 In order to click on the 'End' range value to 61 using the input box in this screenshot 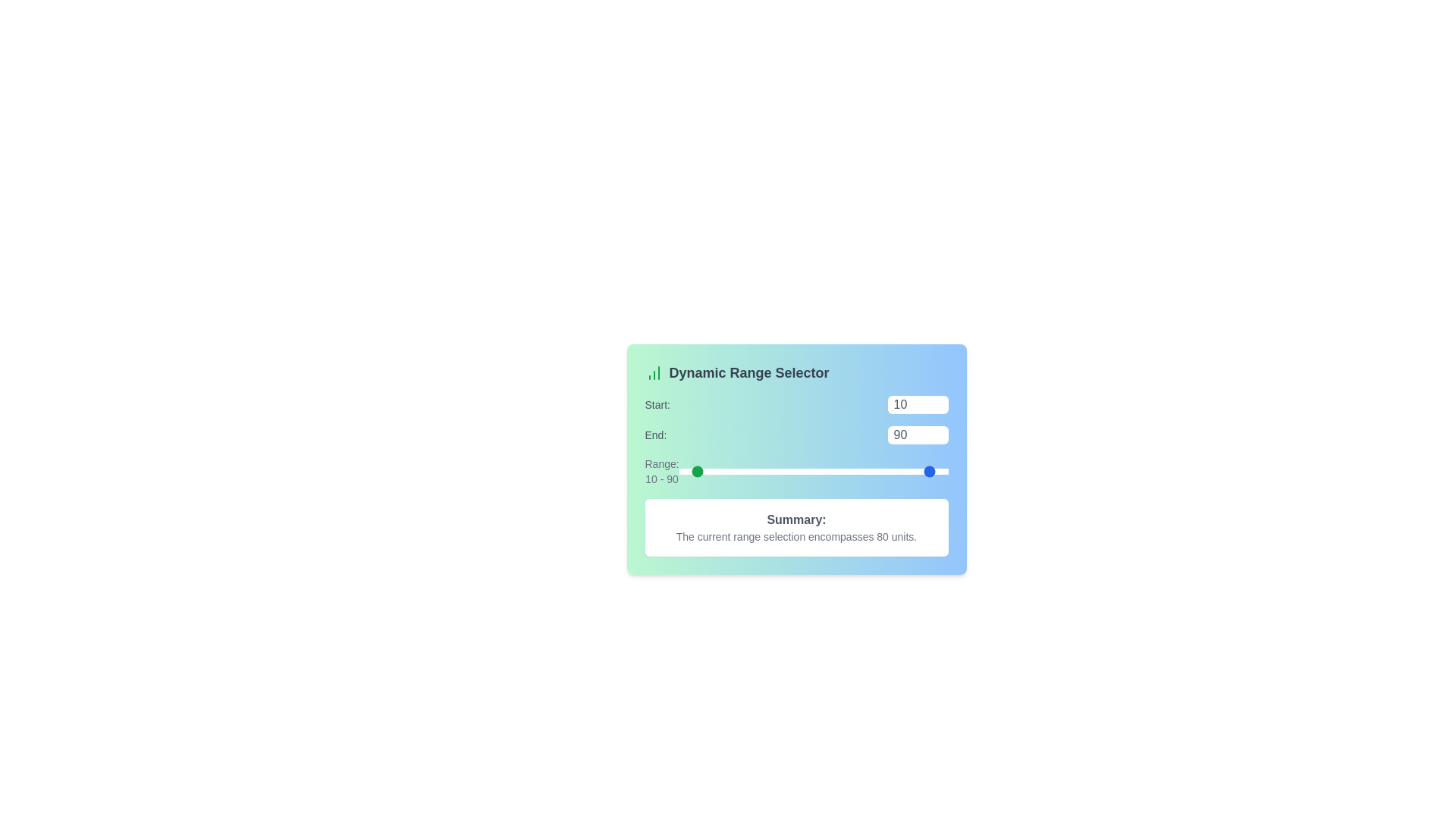, I will do `click(917, 435)`.